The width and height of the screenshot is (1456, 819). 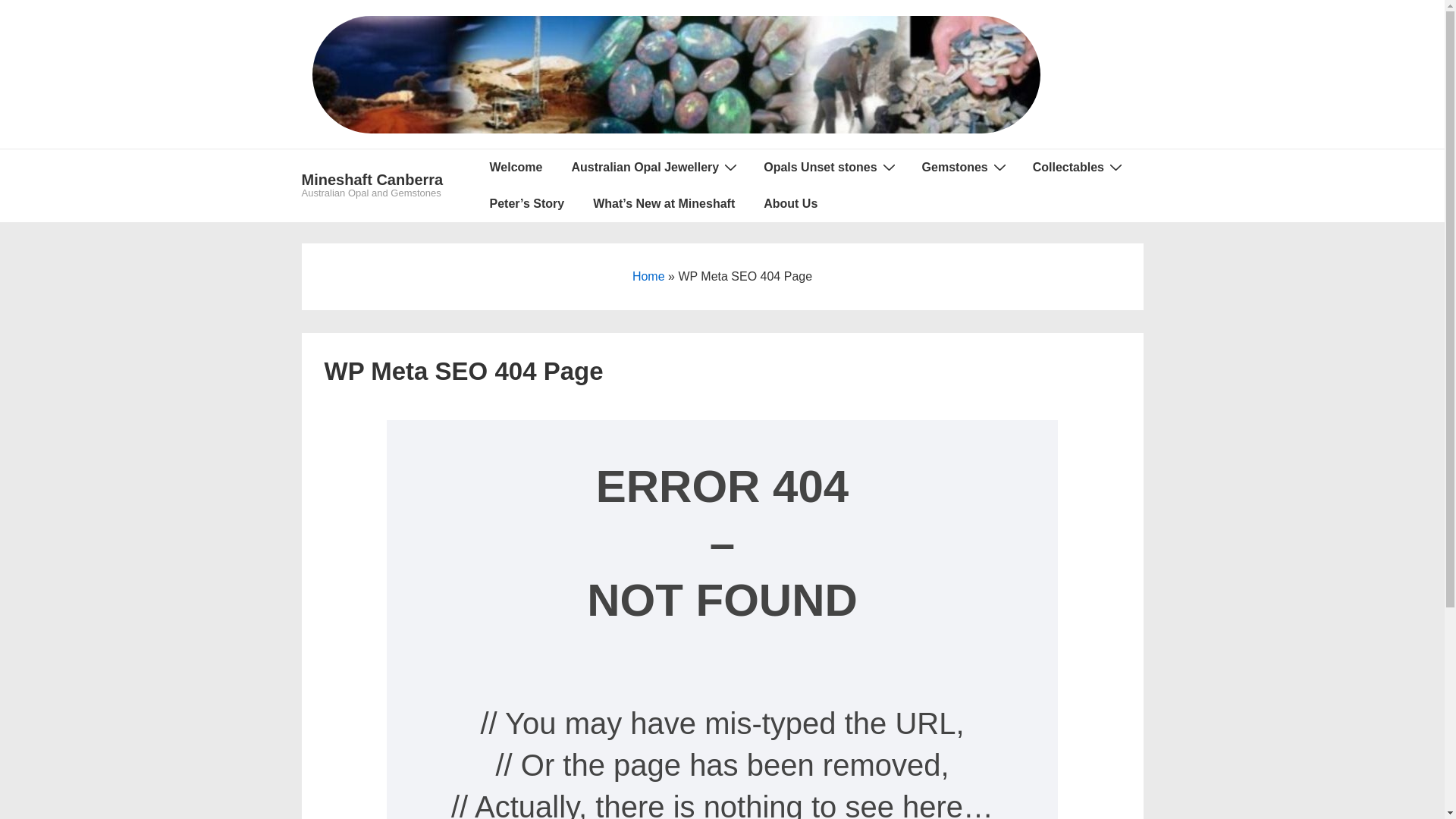 What do you see at coordinates (908, 167) in the screenshot?
I see `'Gemstones'` at bounding box center [908, 167].